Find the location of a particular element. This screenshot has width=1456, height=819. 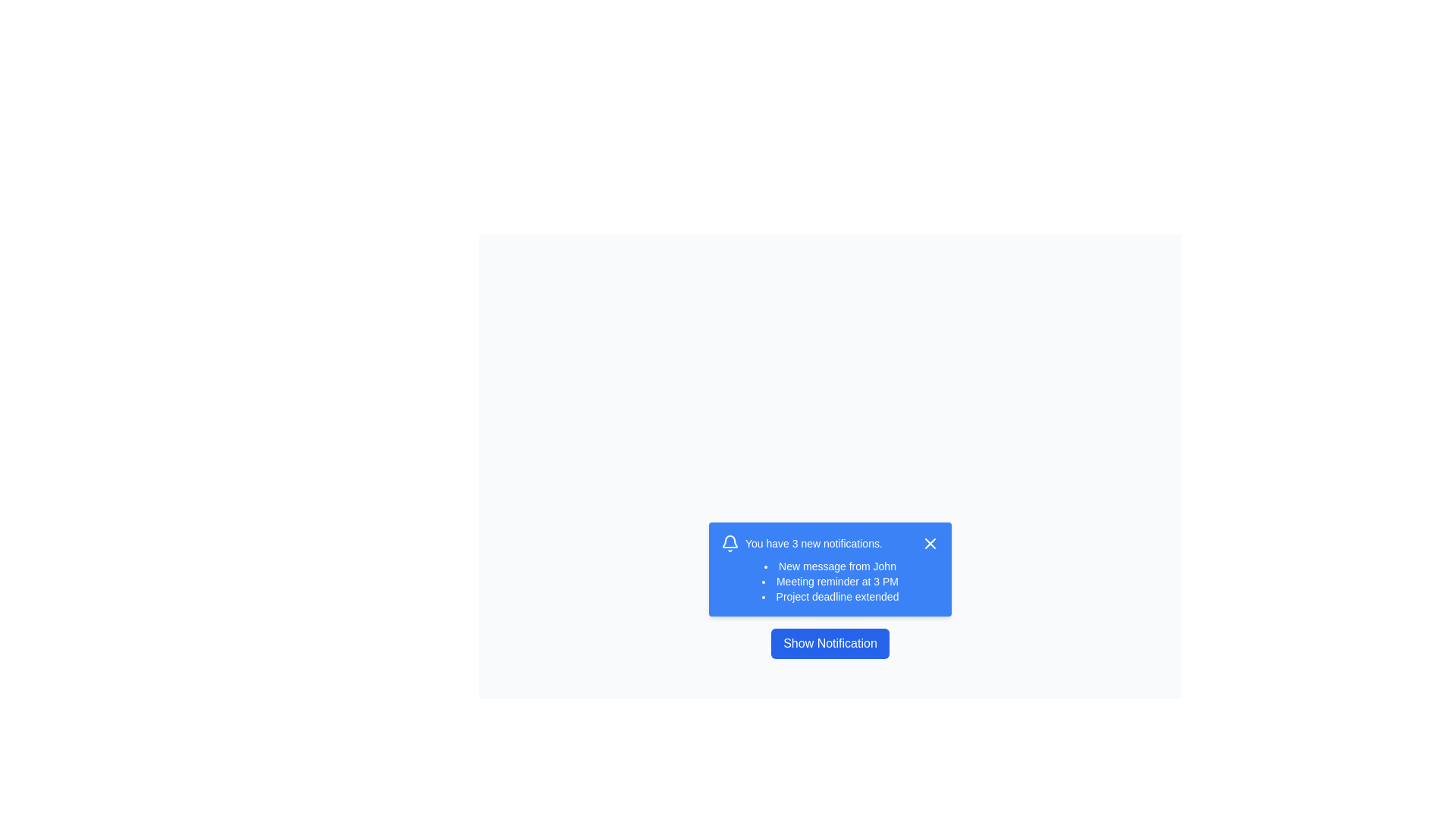

the close button icon, which is a small white diagonal cross located in the top-right corner of the blue notification panel is located at coordinates (930, 543).